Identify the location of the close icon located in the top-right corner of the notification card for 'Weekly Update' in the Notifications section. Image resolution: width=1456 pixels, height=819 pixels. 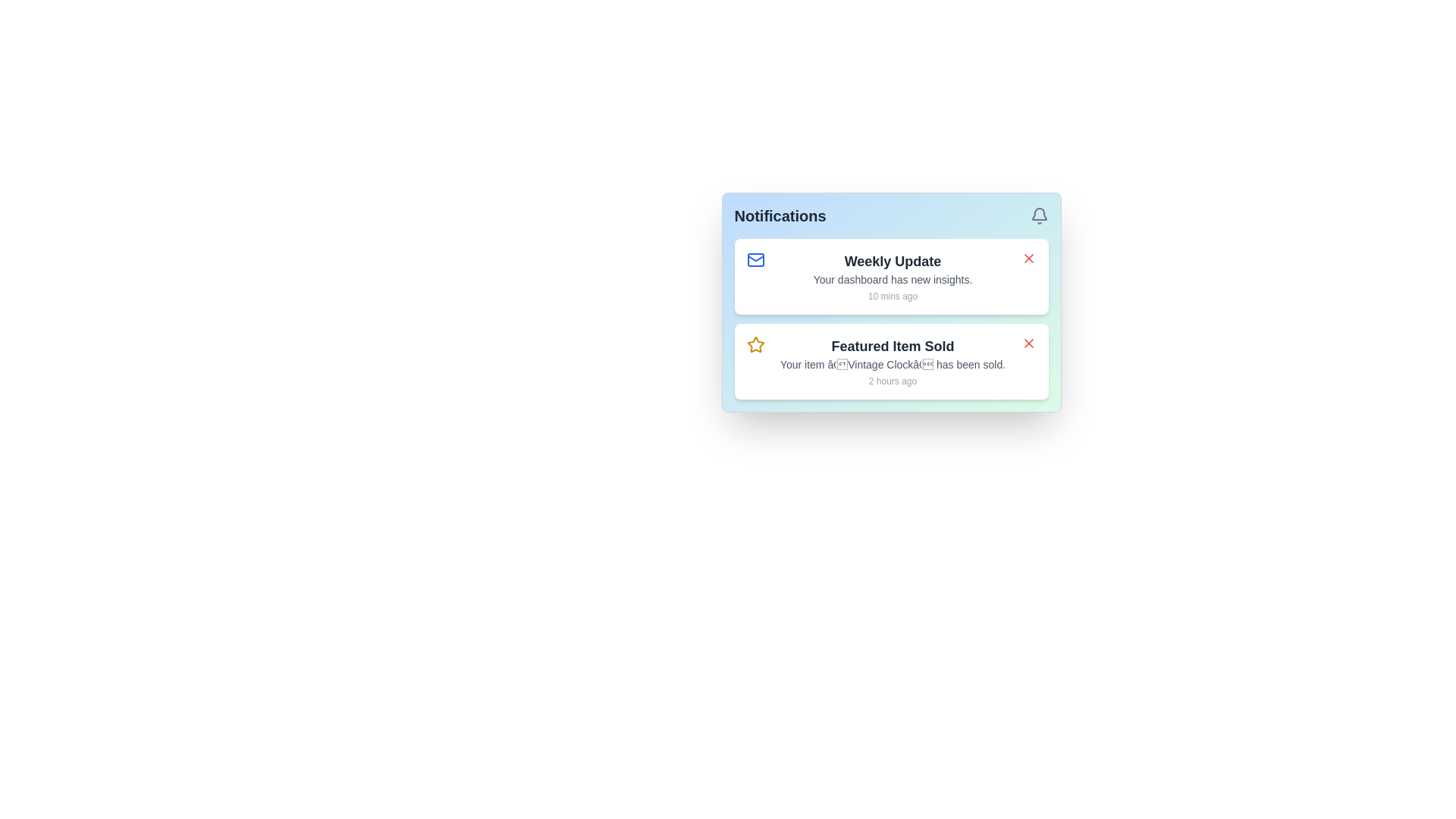
(1028, 257).